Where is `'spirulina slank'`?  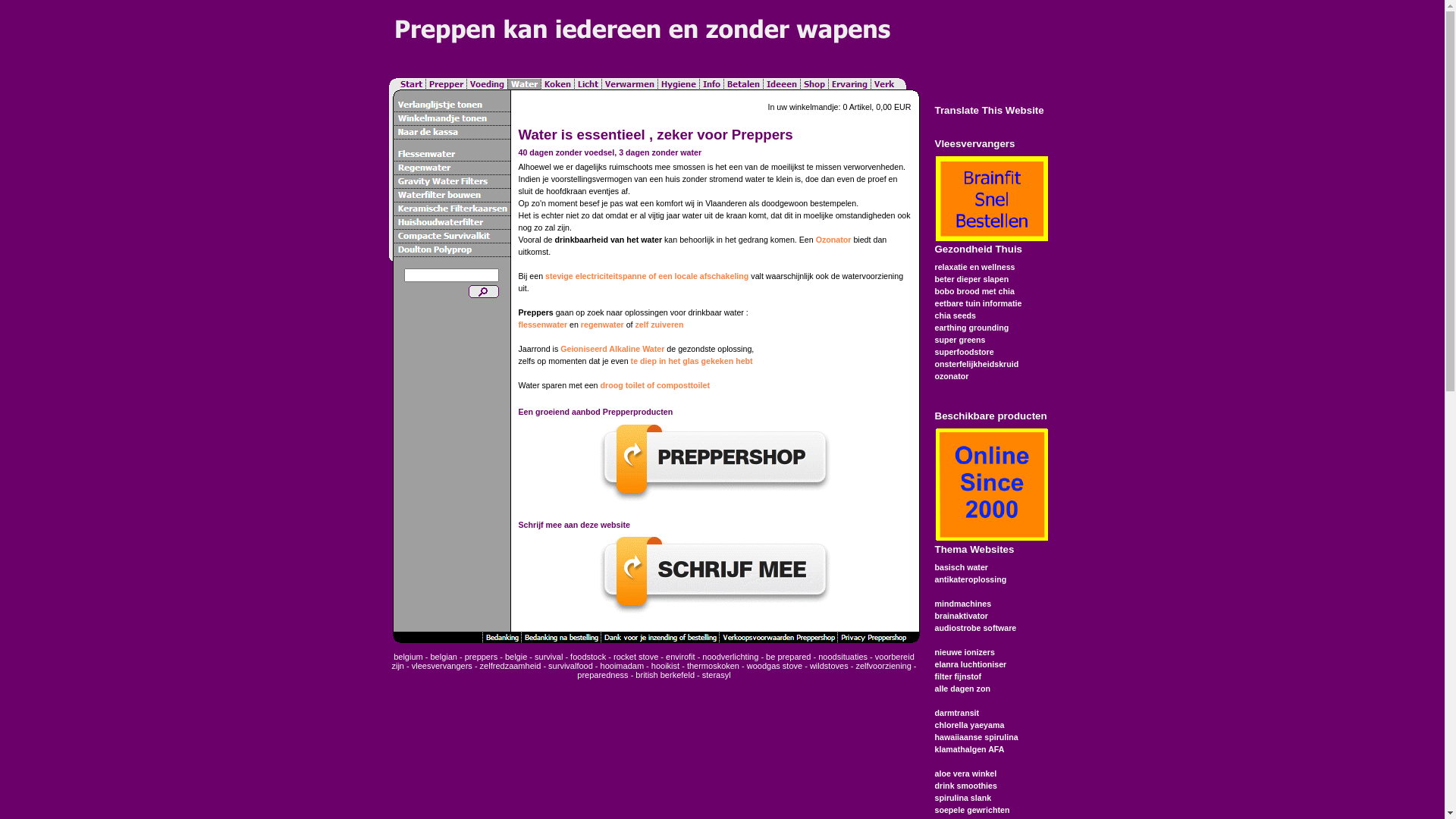 'spirulina slank' is located at coordinates (962, 797).